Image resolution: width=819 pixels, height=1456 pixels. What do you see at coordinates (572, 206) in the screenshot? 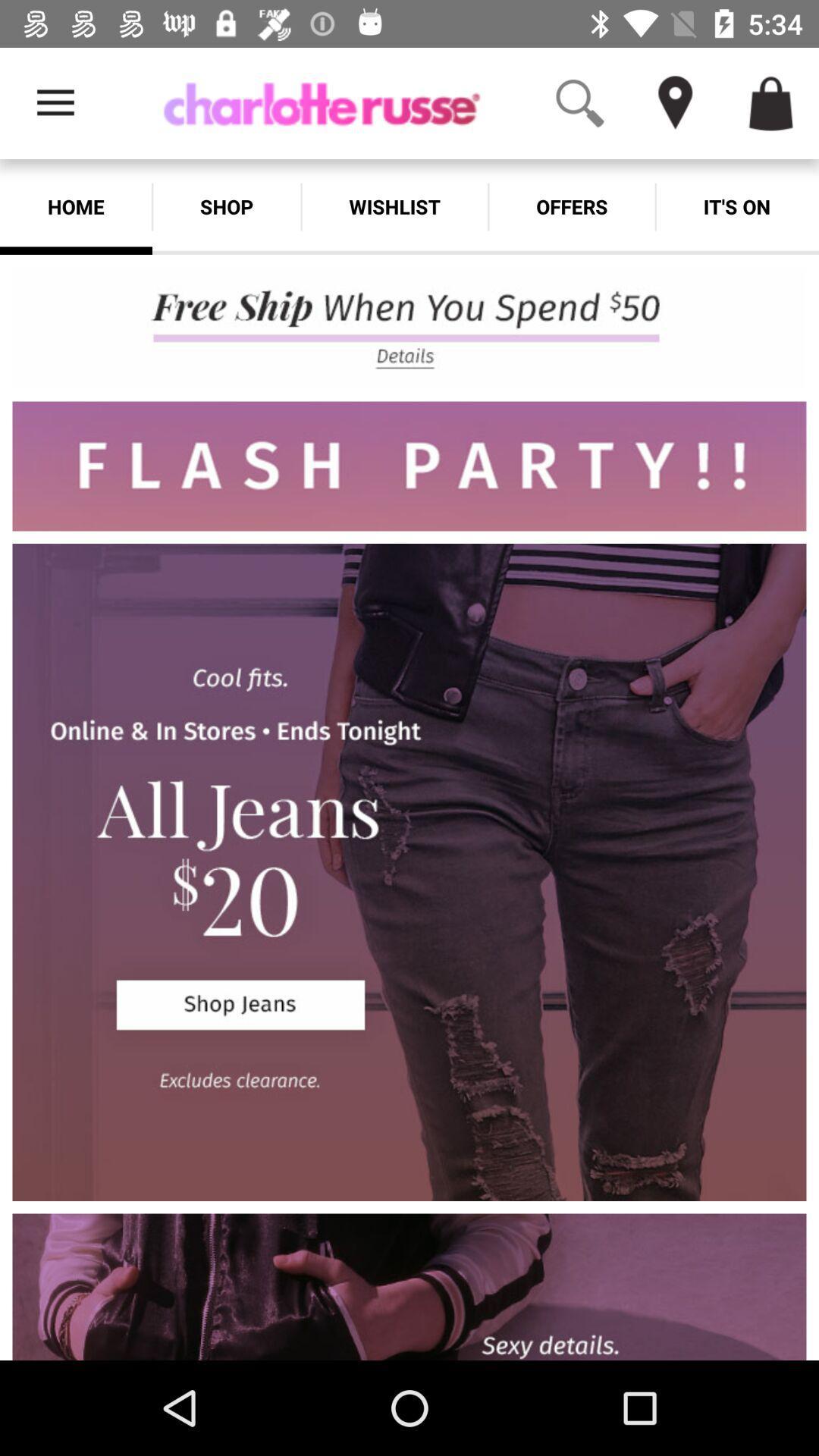
I see `icon next to the it's on item` at bounding box center [572, 206].